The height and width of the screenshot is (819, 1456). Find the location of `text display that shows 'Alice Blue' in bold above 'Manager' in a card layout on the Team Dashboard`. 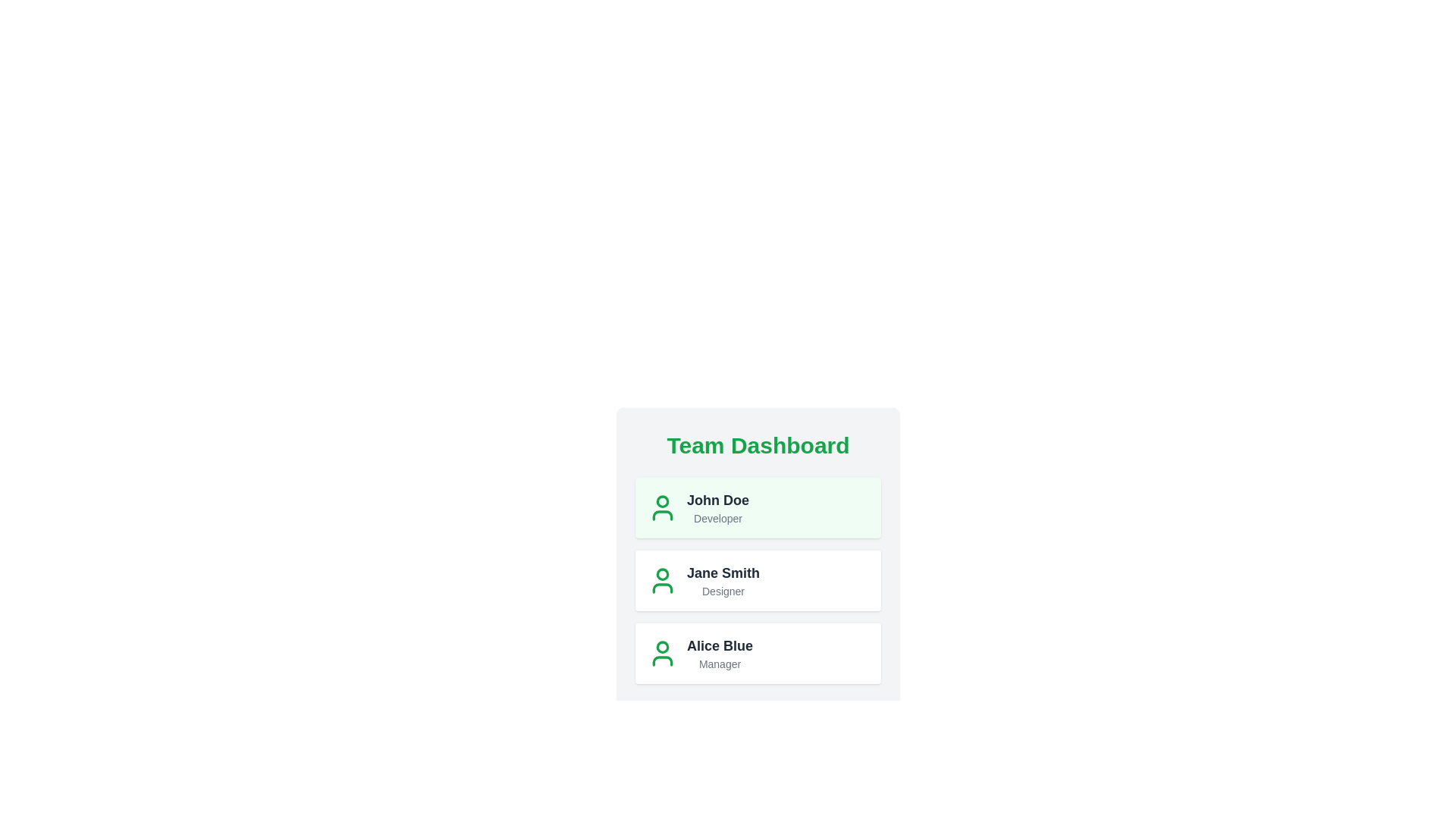

text display that shows 'Alice Blue' in bold above 'Manager' in a card layout on the Team Dashboard is located at coordinates (719, 652).